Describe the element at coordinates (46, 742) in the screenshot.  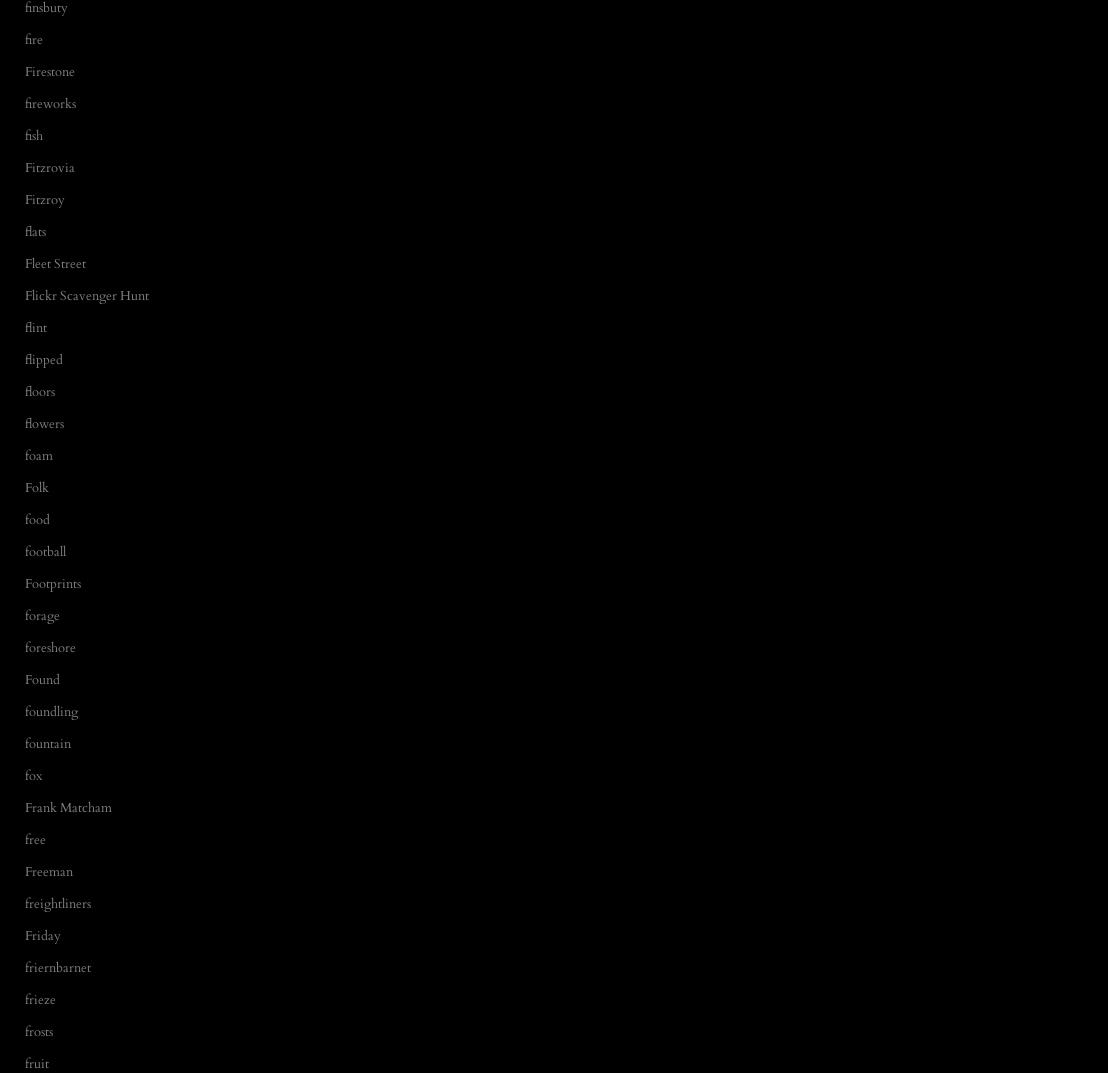
I see `'fountain'` at that location.